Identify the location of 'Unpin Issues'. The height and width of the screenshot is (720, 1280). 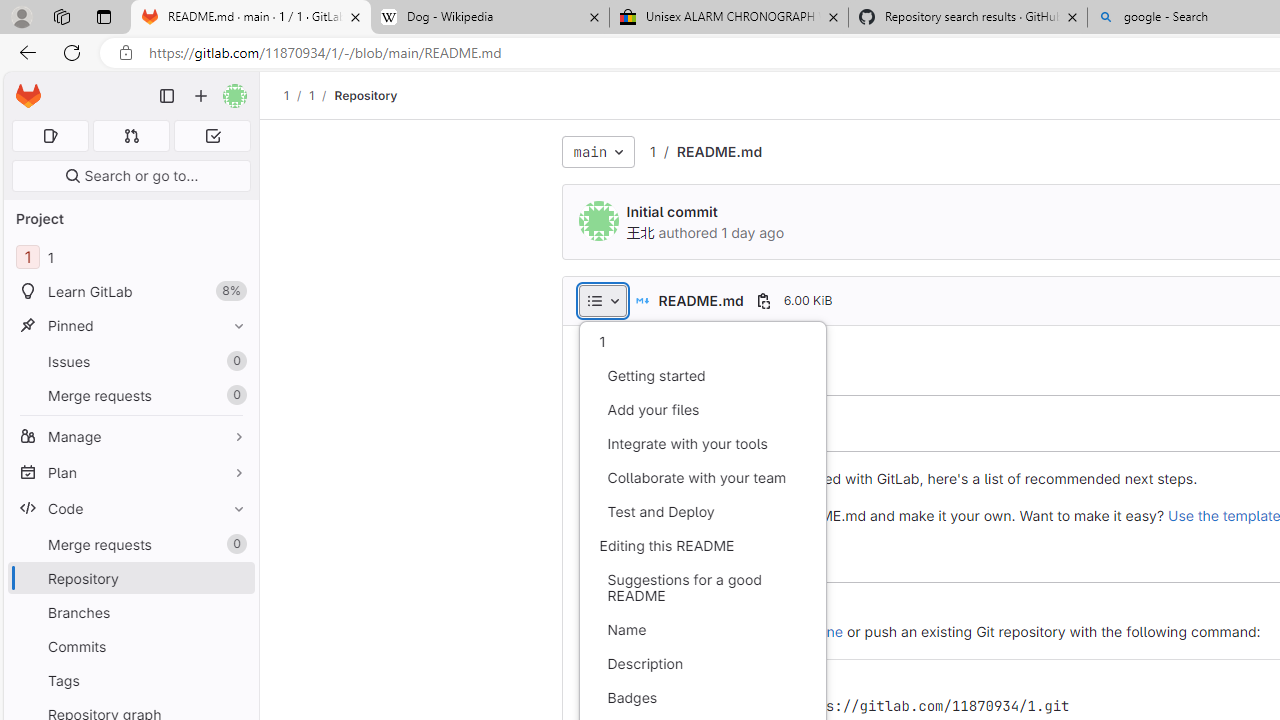
(234, 361).